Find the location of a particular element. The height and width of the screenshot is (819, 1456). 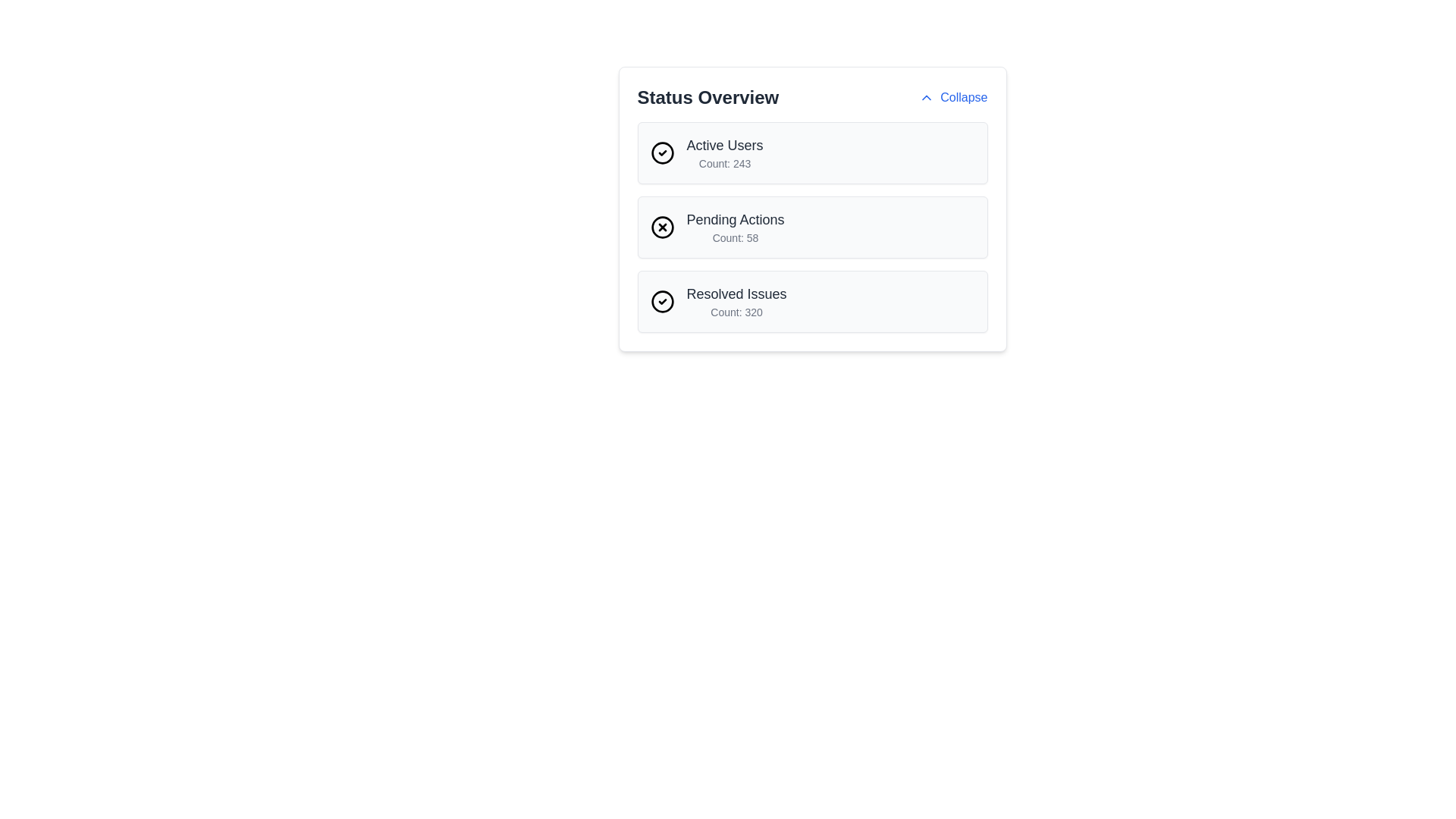

the informational display that shows the category label 'Pending Actions' and the count '58' within the second card of the 'Status Overview' list is located at coordinates (735, 227).